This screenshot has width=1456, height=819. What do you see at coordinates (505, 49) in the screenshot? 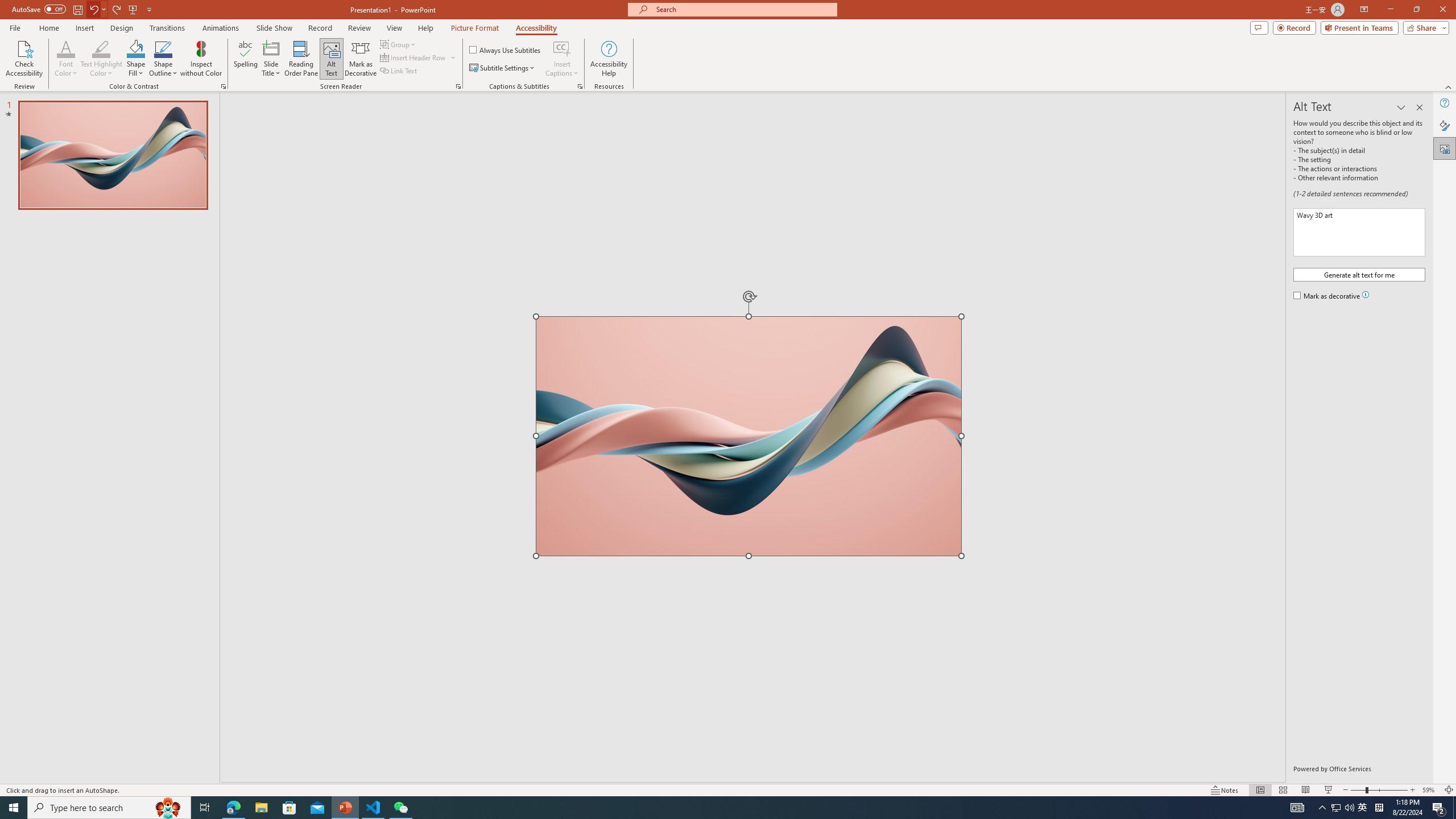
I see `'Always Use Subtitles'` at bounding box center [505, 49].